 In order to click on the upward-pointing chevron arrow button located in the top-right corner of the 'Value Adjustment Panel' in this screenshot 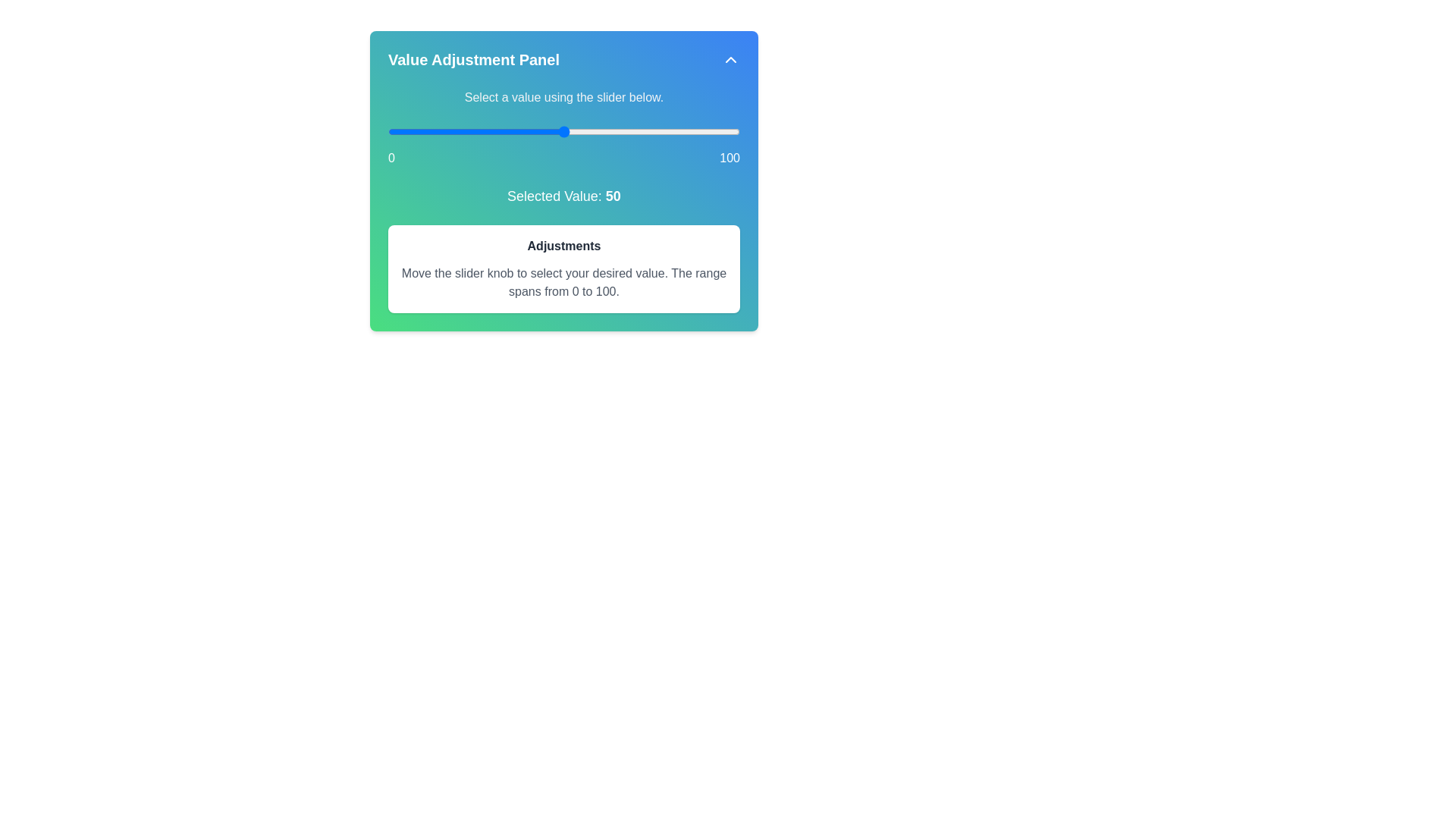, I will do `click(731, 58)`.